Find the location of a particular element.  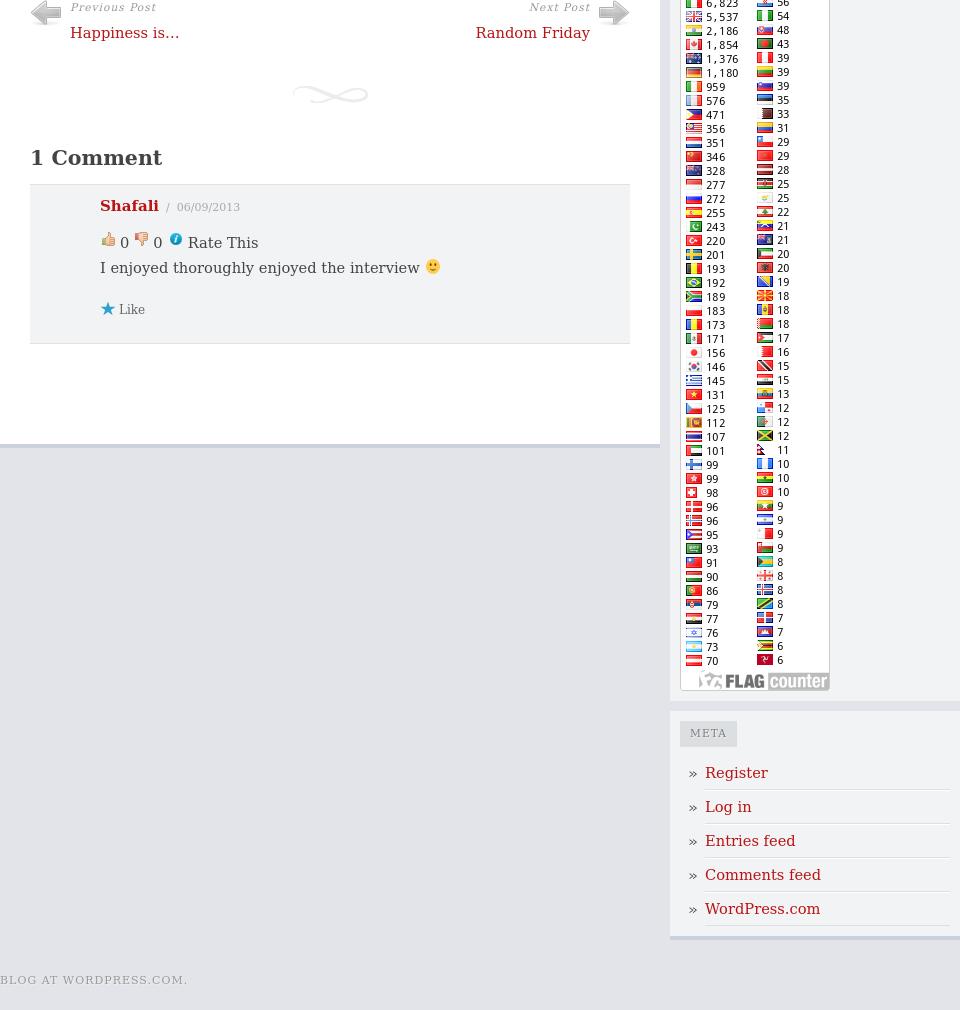

'1 Comment' is located at coordinates (96, 156).